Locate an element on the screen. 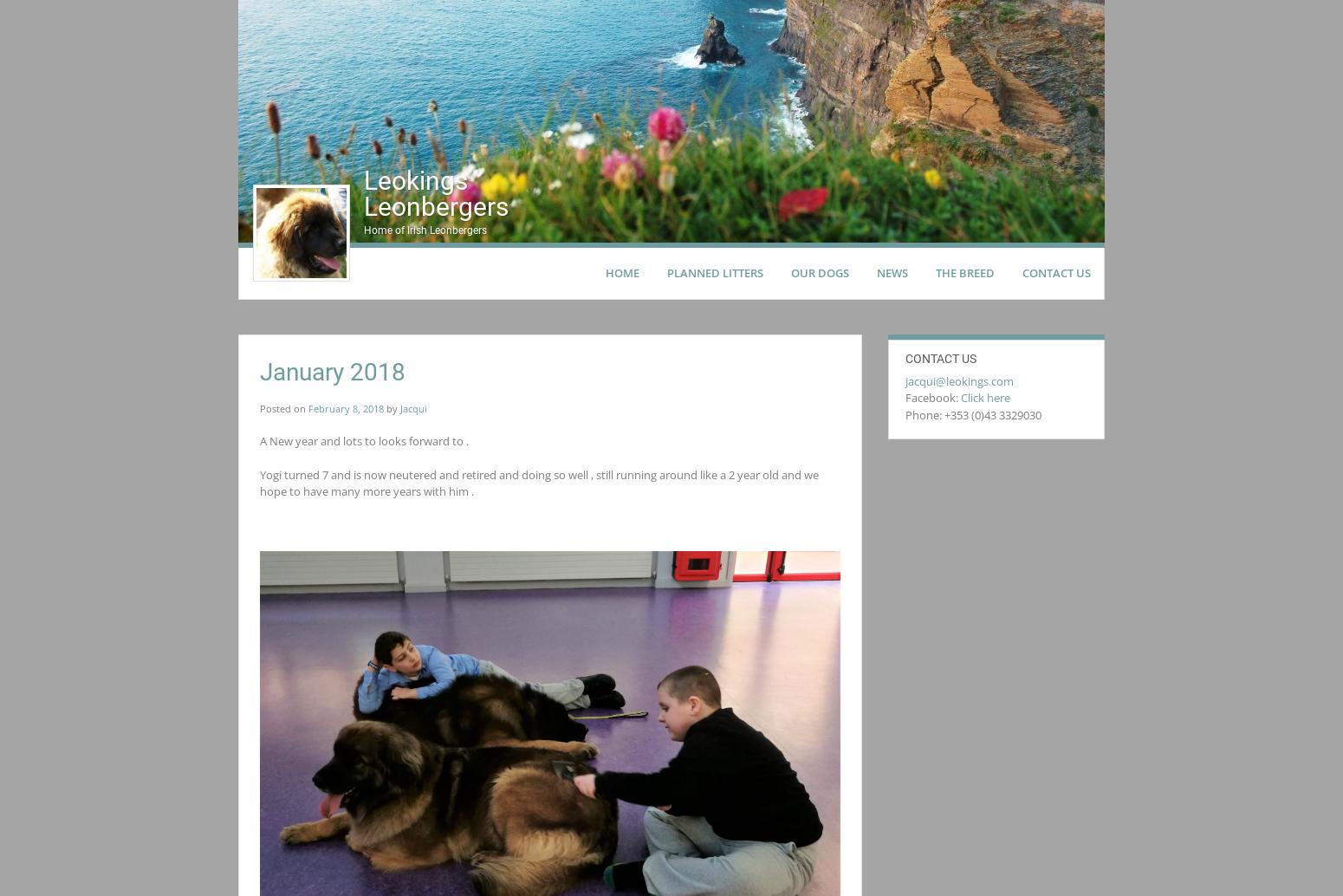 This screenshot has width=1343, height=896. 'January 2018' is located at coordinates (259, 370).